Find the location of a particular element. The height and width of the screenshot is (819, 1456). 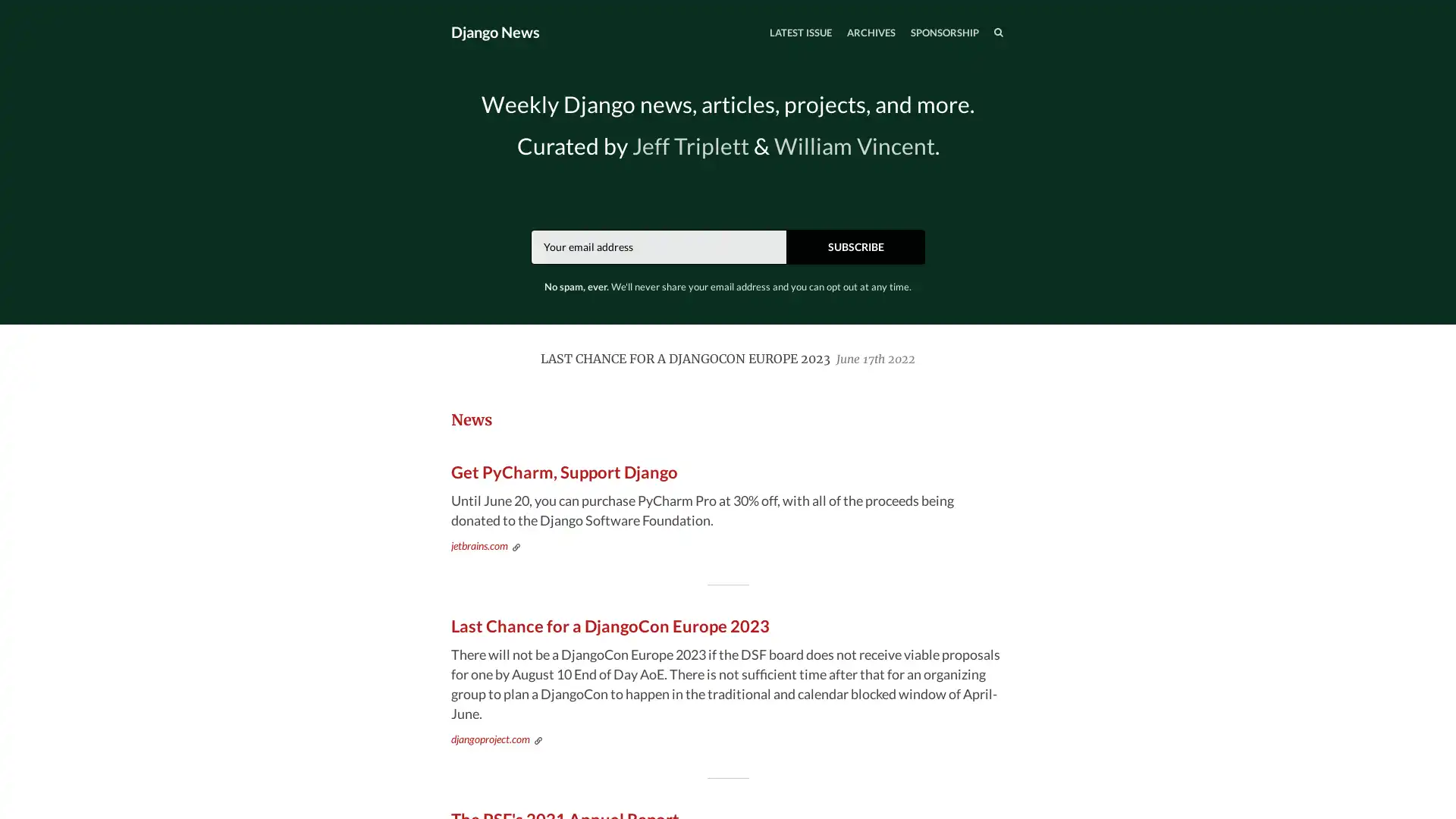

SUBSCRIBE is located at coordinates (855, 245).